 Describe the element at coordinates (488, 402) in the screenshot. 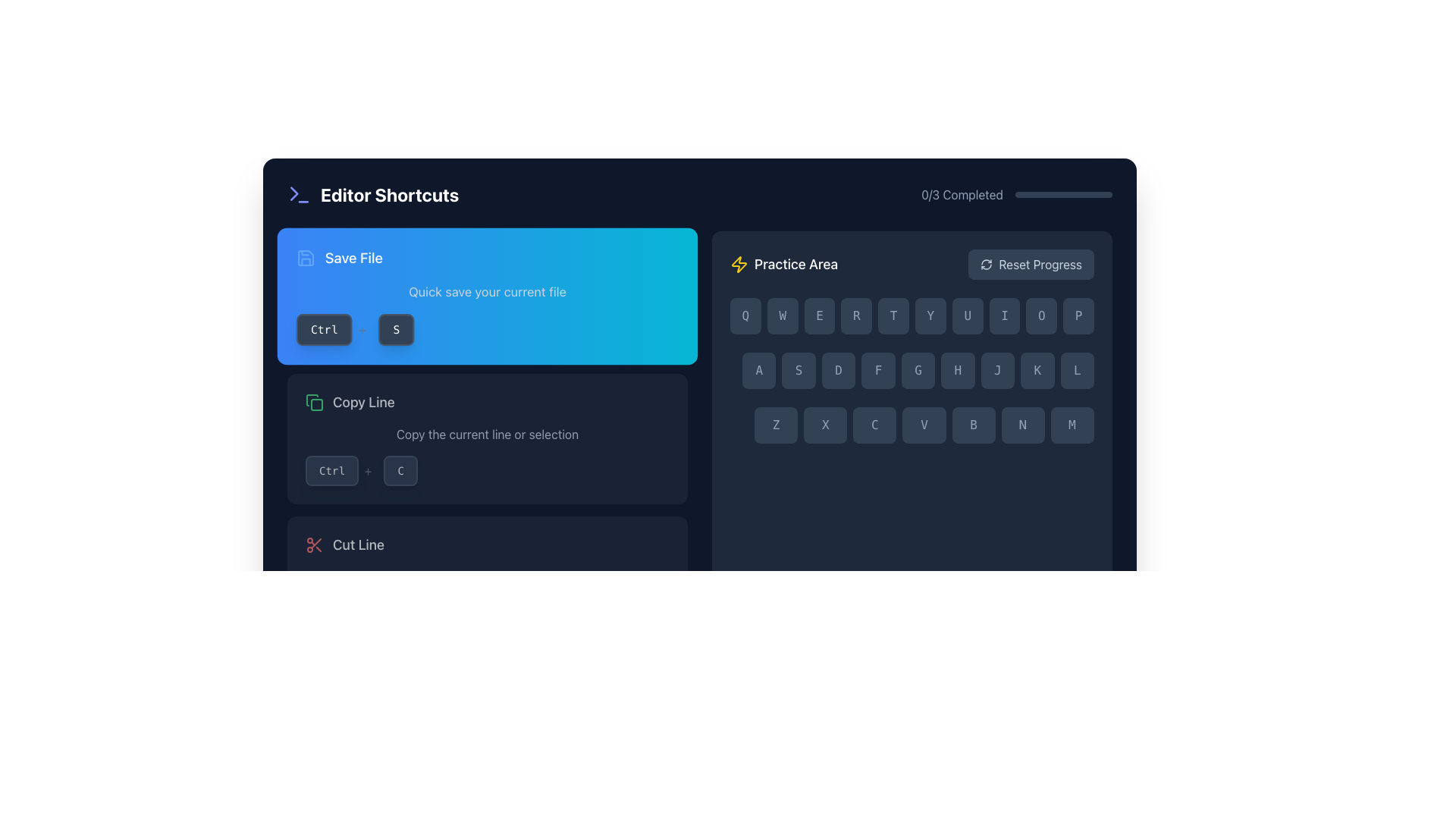

I see `the 'Copy Line' button, which is centrally placed below the 'Save File' section` at that location.